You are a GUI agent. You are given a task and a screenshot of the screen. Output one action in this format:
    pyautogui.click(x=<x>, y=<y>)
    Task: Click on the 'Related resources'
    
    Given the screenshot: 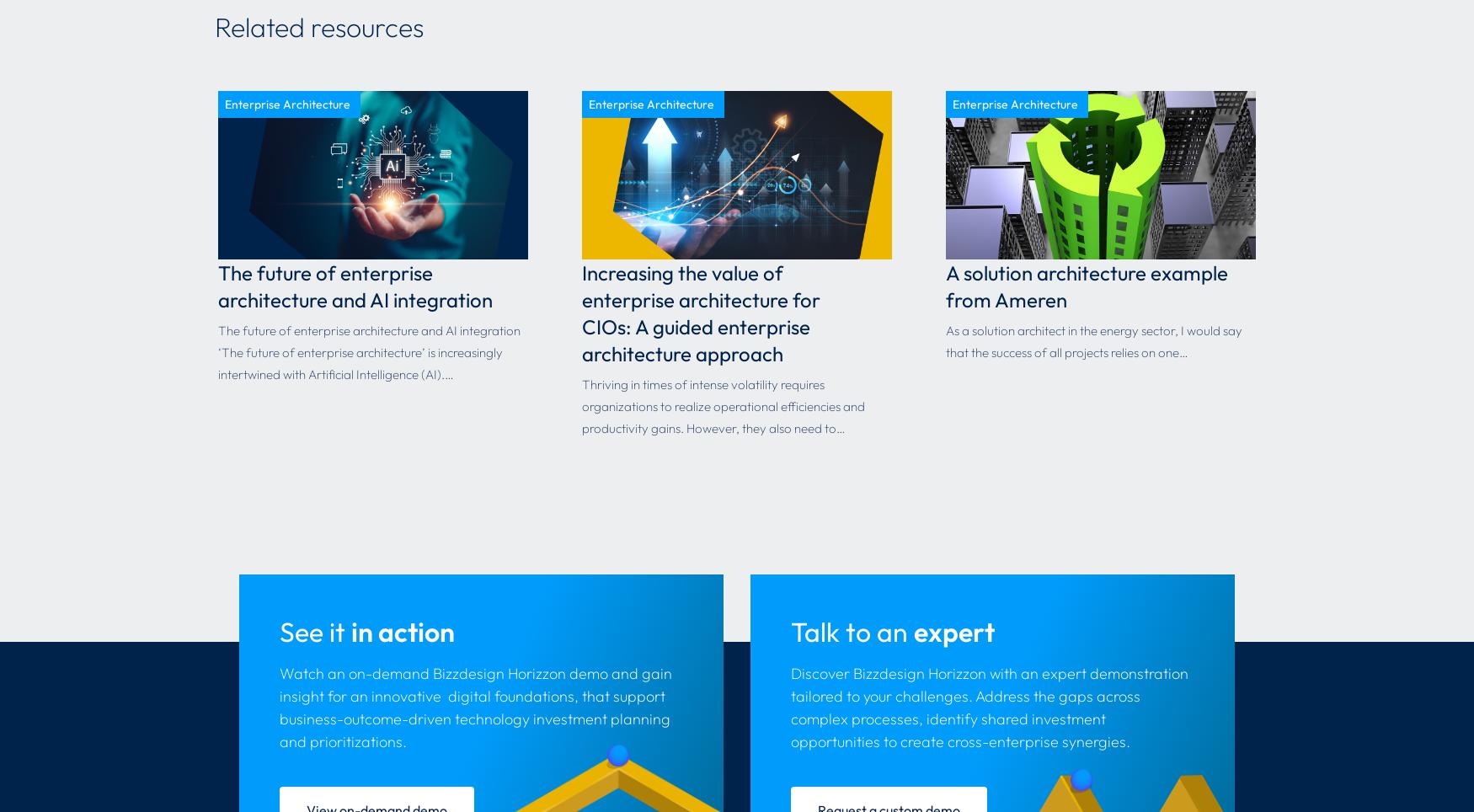 What is the action you would take?
    pyautogui.click(x=318, y=26)
    